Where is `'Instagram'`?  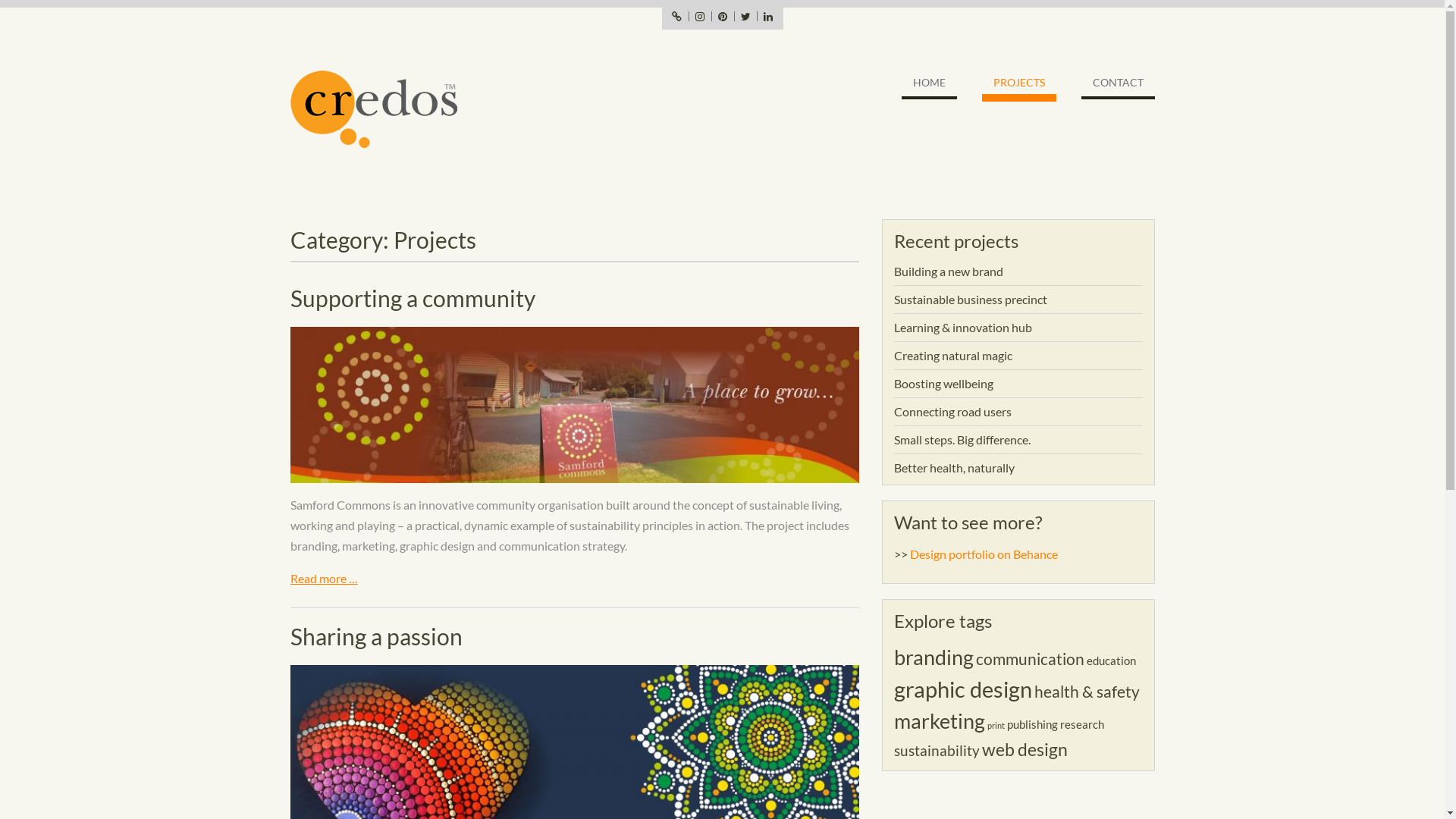
'Instagram' is located at coordinates (698, 16).